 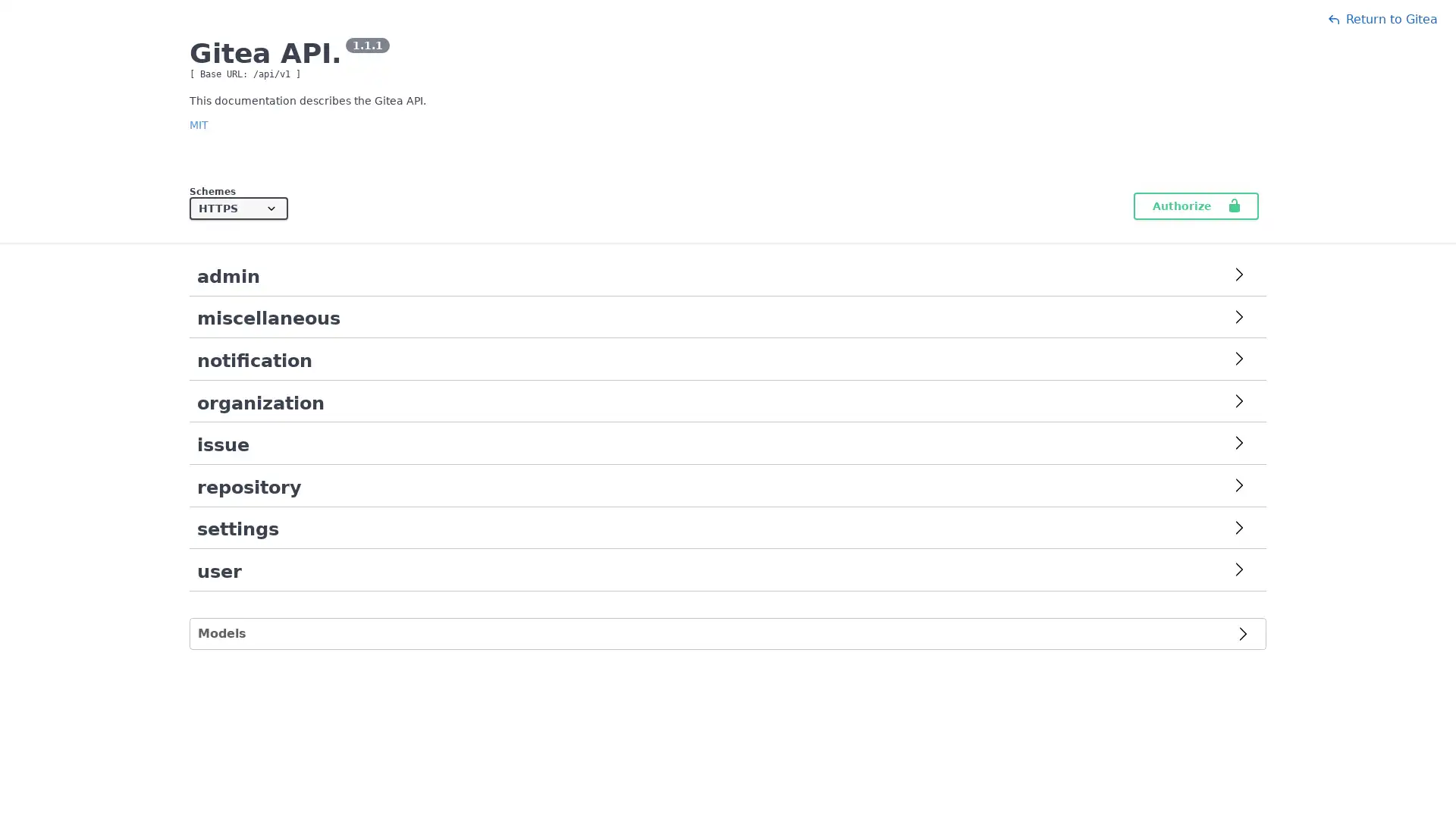 What do you see at coordinates (1238, 360) in the screenshot?
I see `Expand operation` at bounding box center [1238, 360].